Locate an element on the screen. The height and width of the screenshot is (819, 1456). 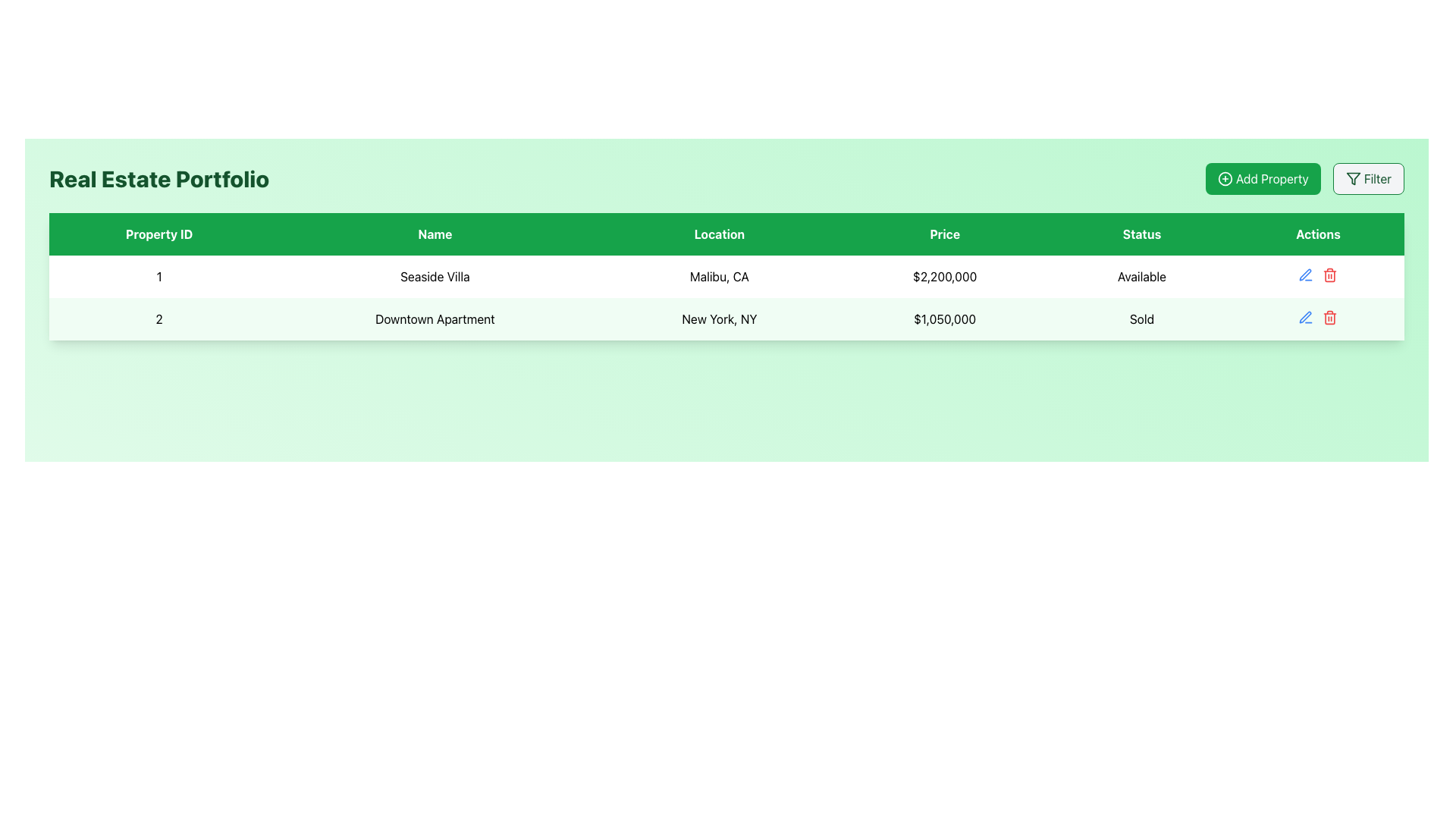
the icon that represents filtering actions, located to the left of the 'Filter' text within a rounded button at the top-right section of the interface is located at coordinates (1353, 177).